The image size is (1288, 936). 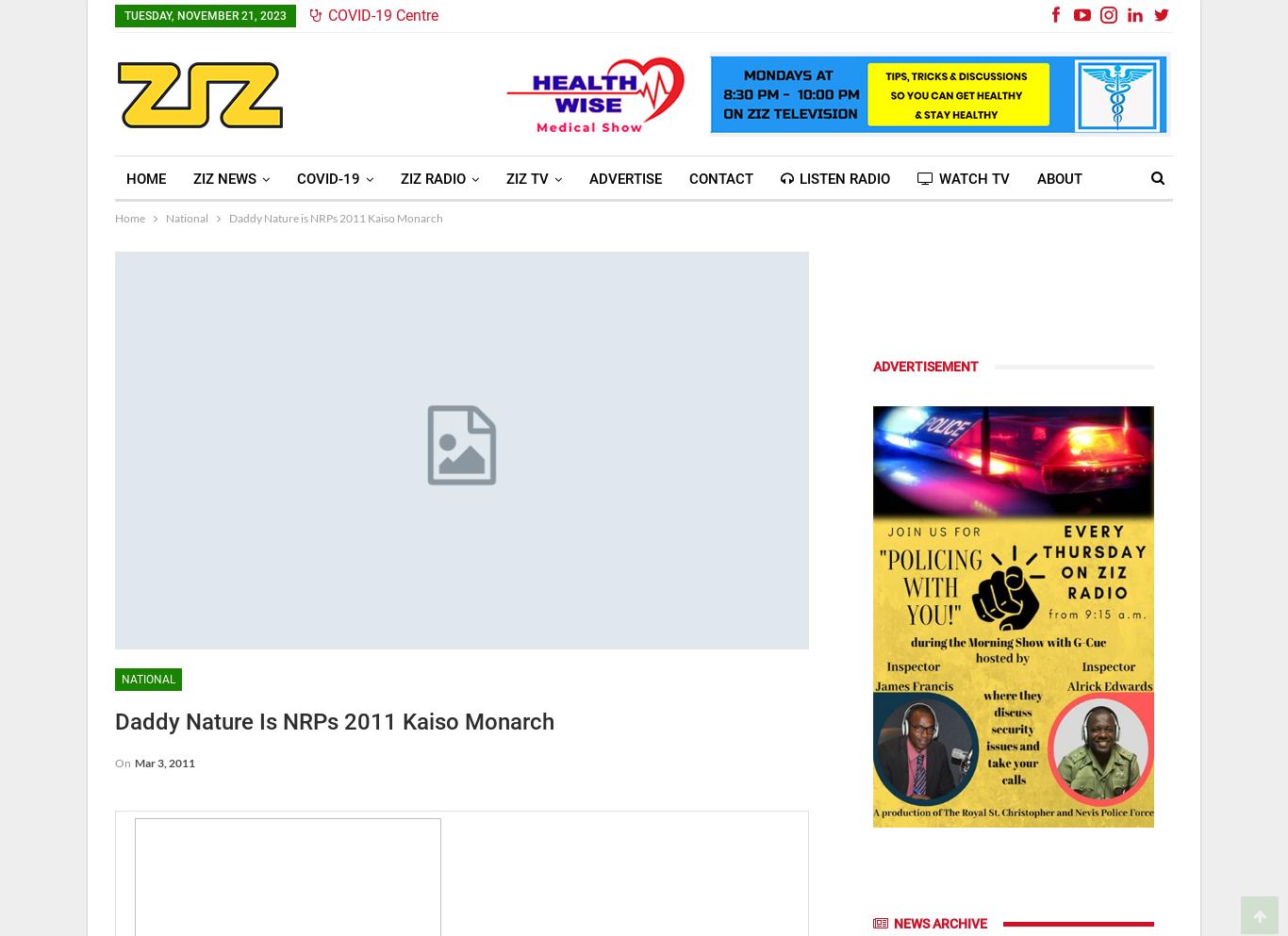 I want to click on 'News Archive', so click(x=937, y=923).